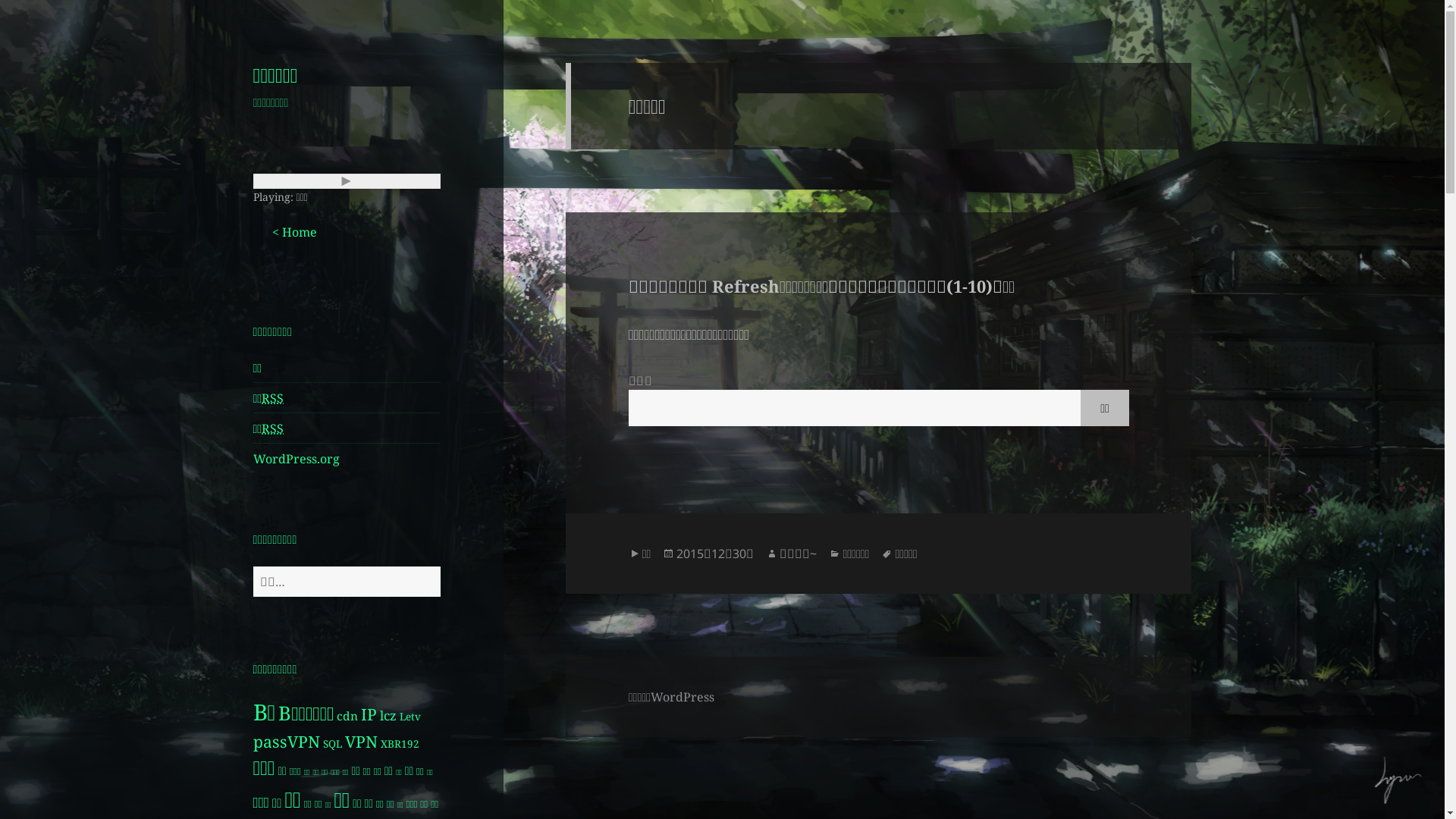 This screenshot has height=819, width=1456. I want to click on 'lcz', so click(388, 715).